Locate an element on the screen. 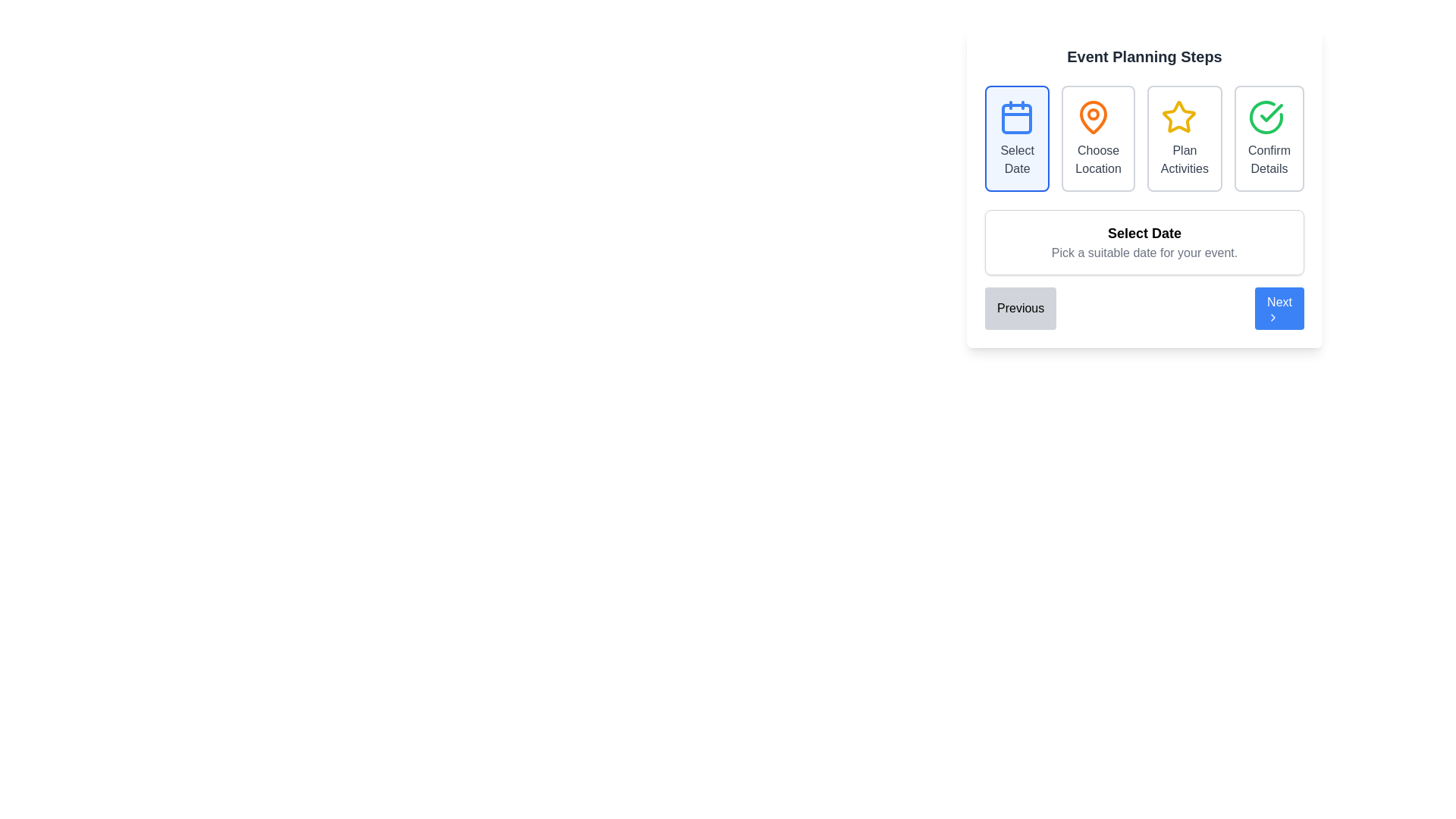 The width and height of the screenshot is (1456, 819). the descriptive header for the 'Select Date' step in the event planning process, which is located below the top row of icons and above the navigation buttons is located at coordinates (1144, 242).